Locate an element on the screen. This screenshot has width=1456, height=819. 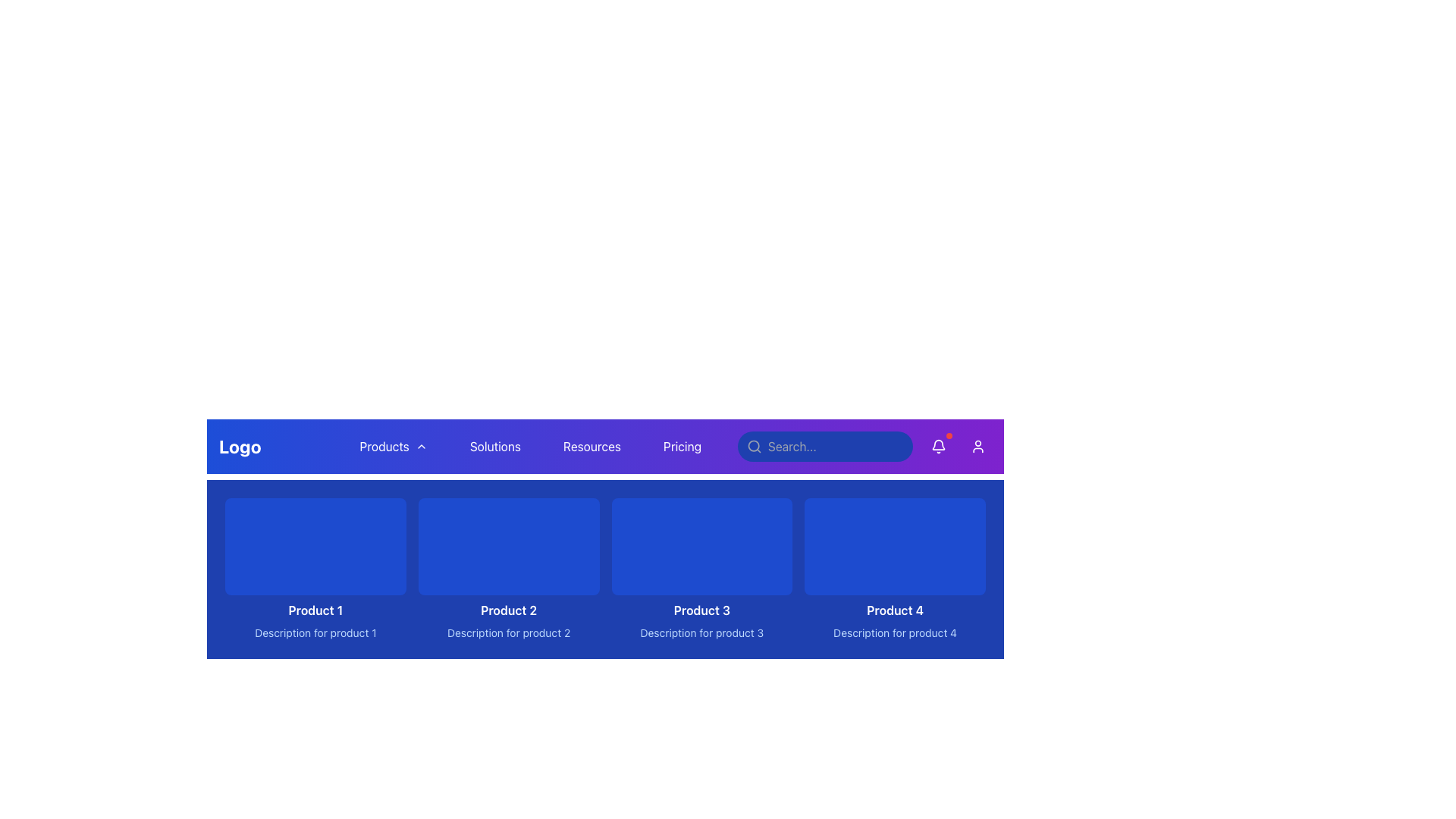
the static text label reading 'Description for product 2', which is styled with 'text-sm text-blue-200' and located below the 'Product 2' label in the second column of product containers is located at coordinates (509, 632).